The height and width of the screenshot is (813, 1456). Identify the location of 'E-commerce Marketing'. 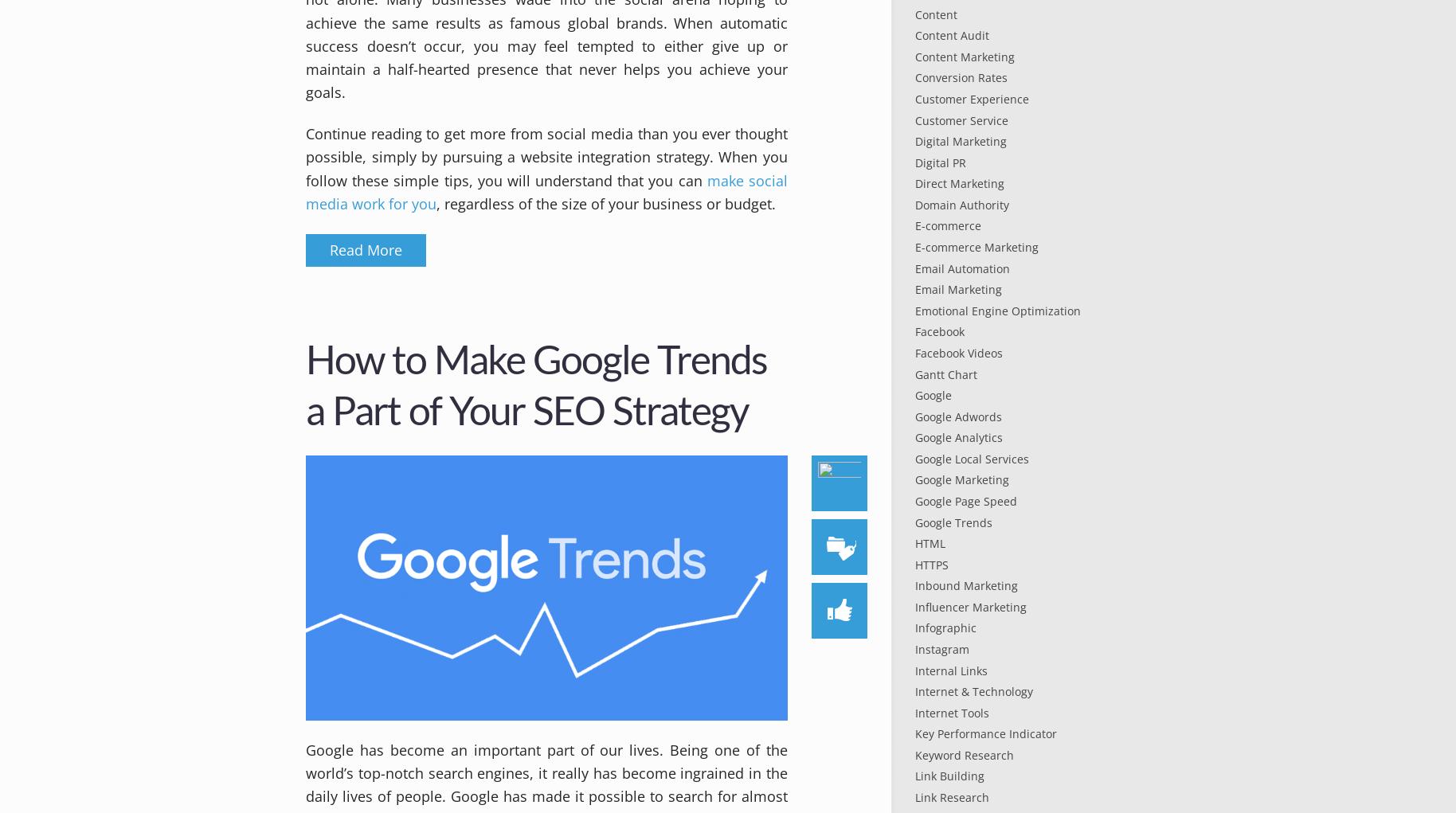
(976, 247).